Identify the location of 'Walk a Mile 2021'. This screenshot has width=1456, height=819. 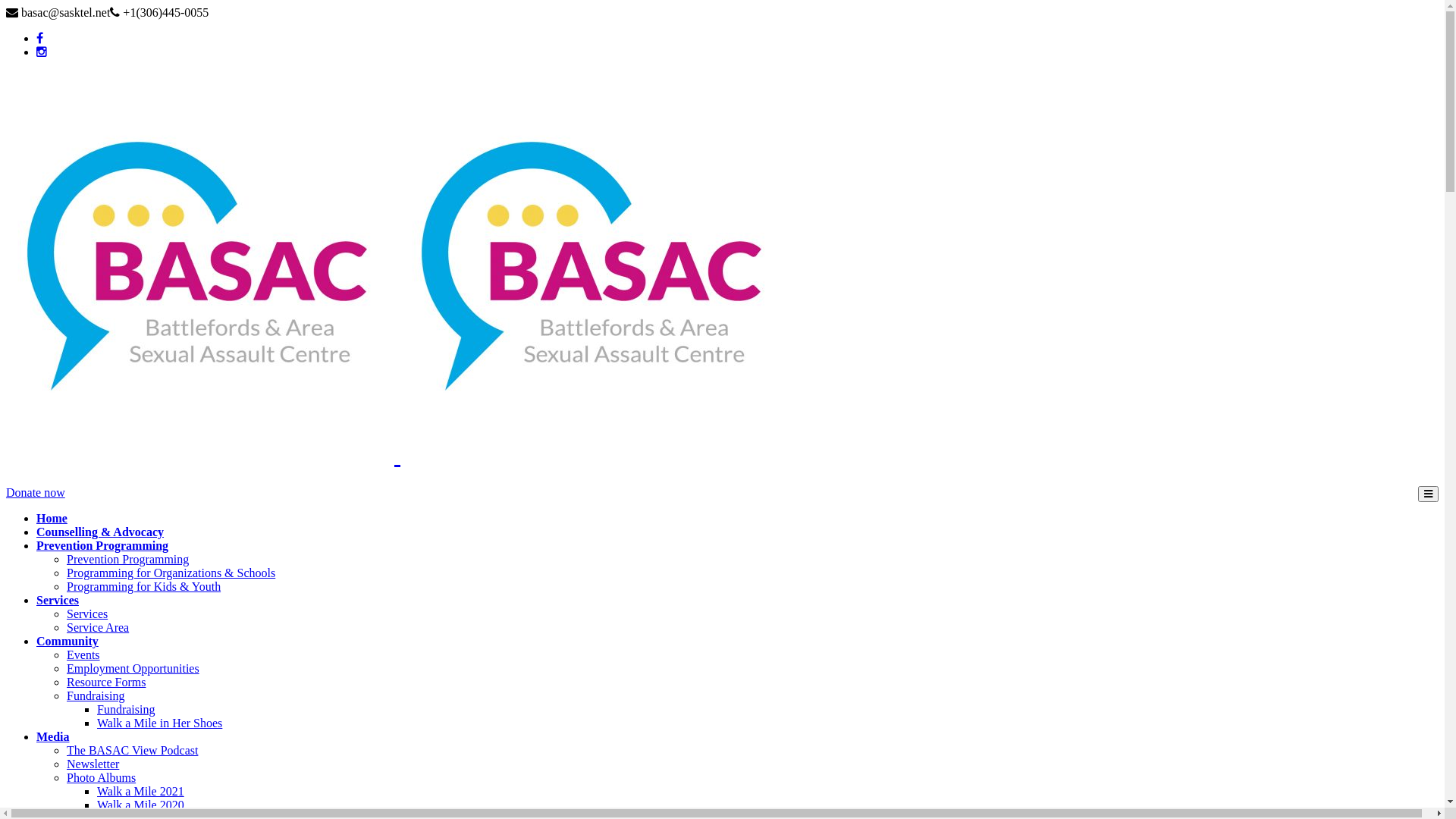
(96, 790).